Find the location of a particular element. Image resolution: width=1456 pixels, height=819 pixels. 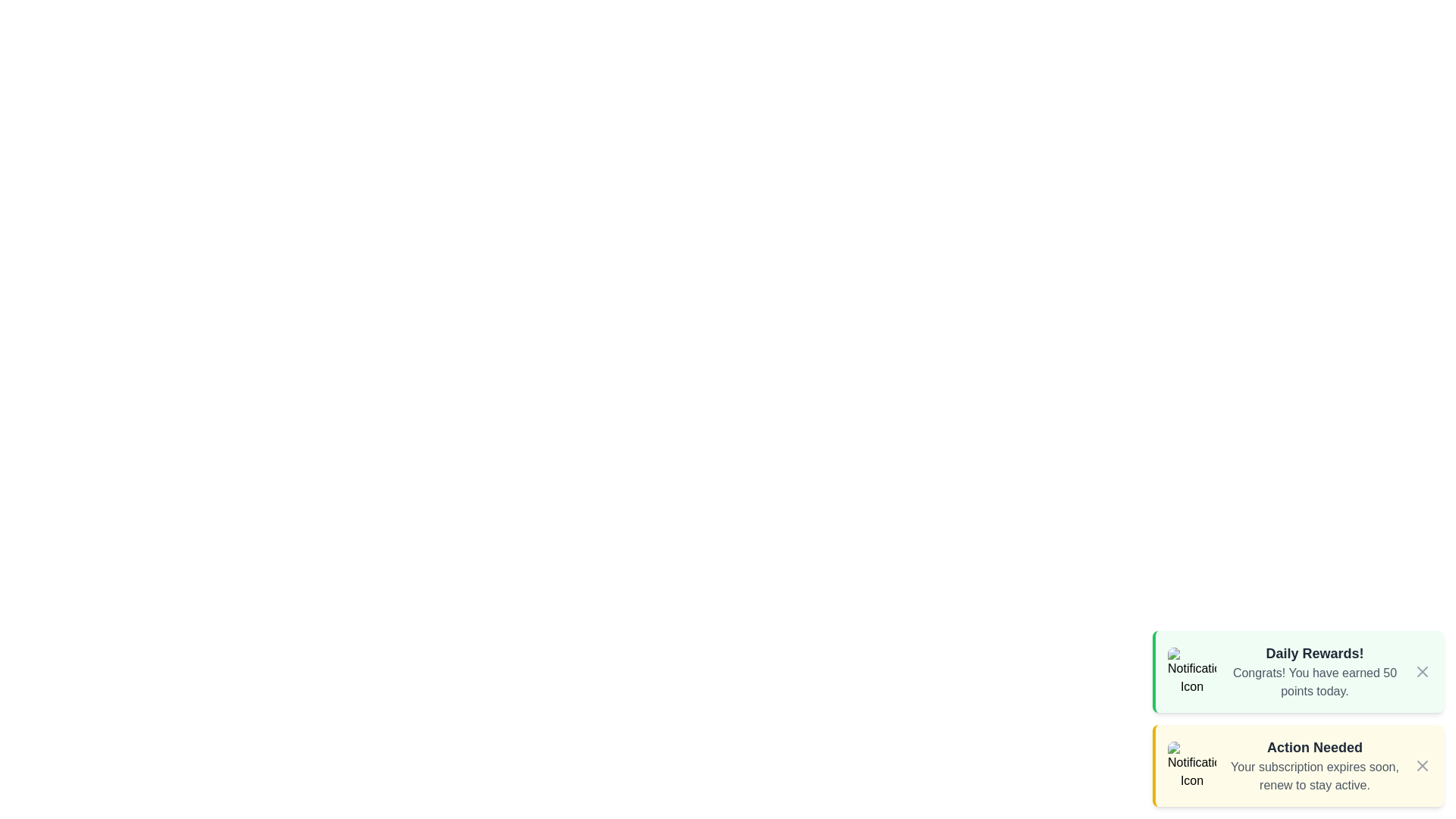

the notification area to view its details is located at coordinates (1298, 671).